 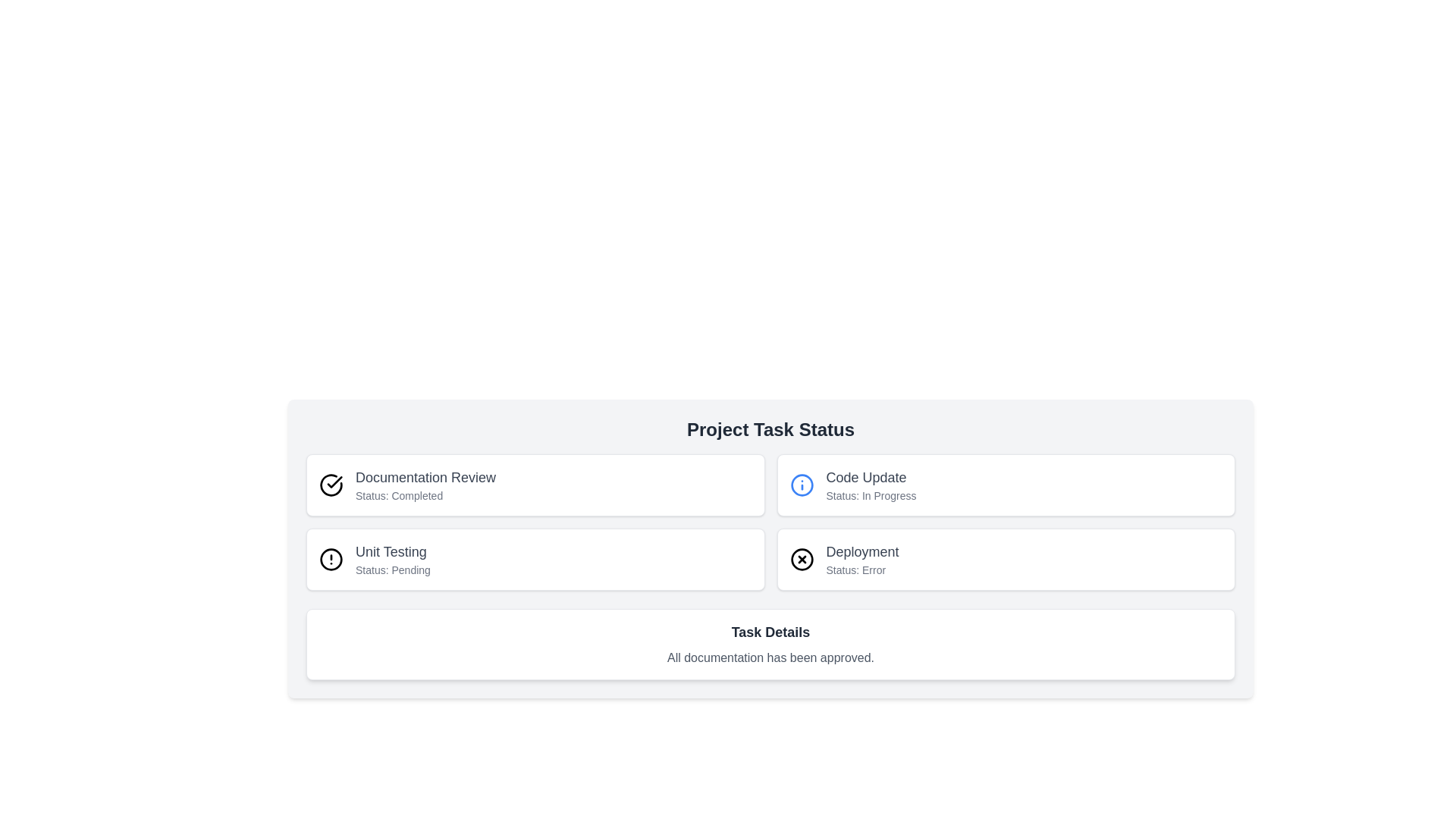 What do you see at coordinates (1006, 485) in the screenshot?
I see `the Interactive information card displaying 'Code Update' with status 'In Progress'` at bounding box center [1006, 485].